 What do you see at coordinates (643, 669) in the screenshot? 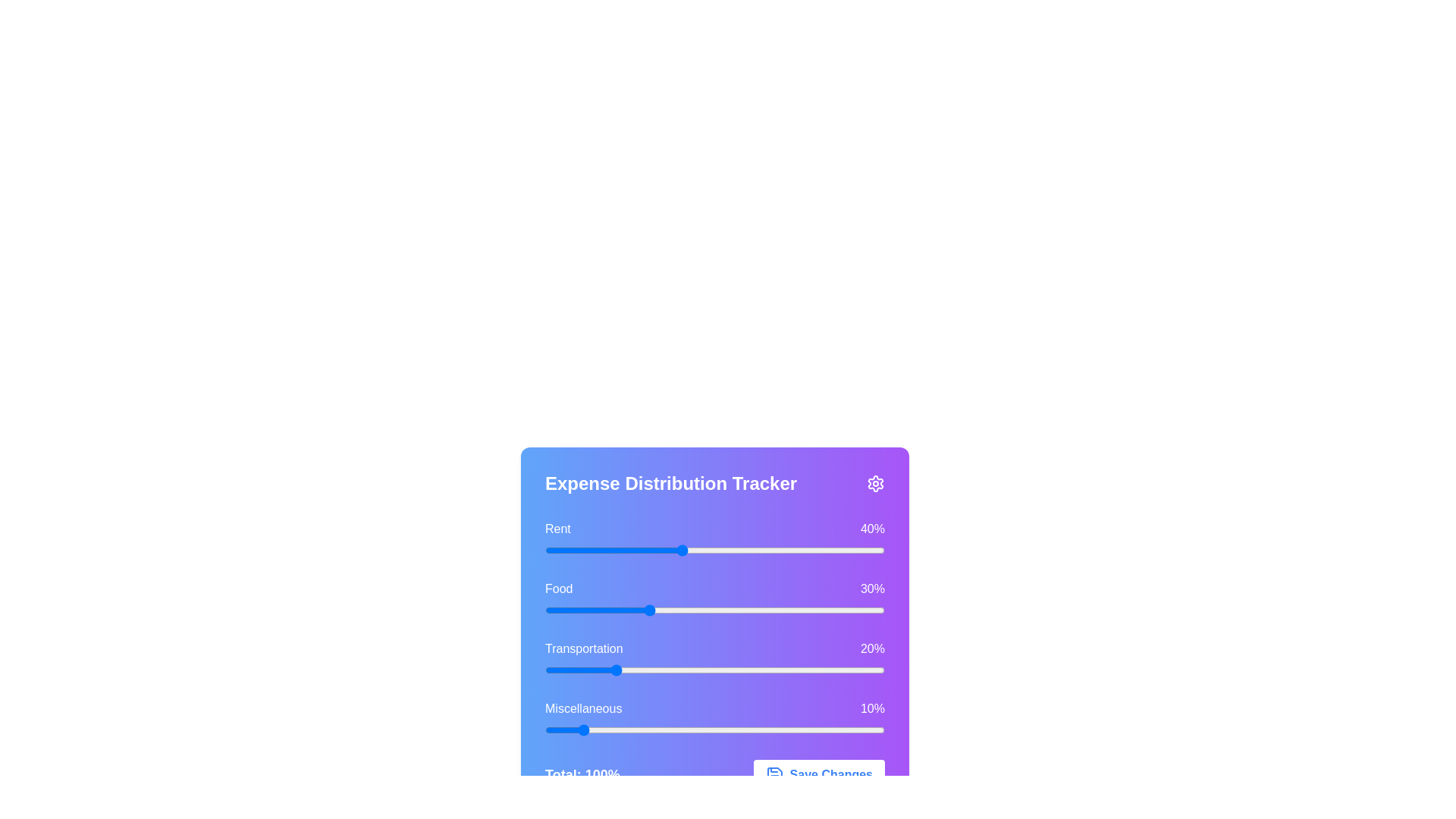
I see `the 'Transportation' slider` at bounding box center [643, 669].